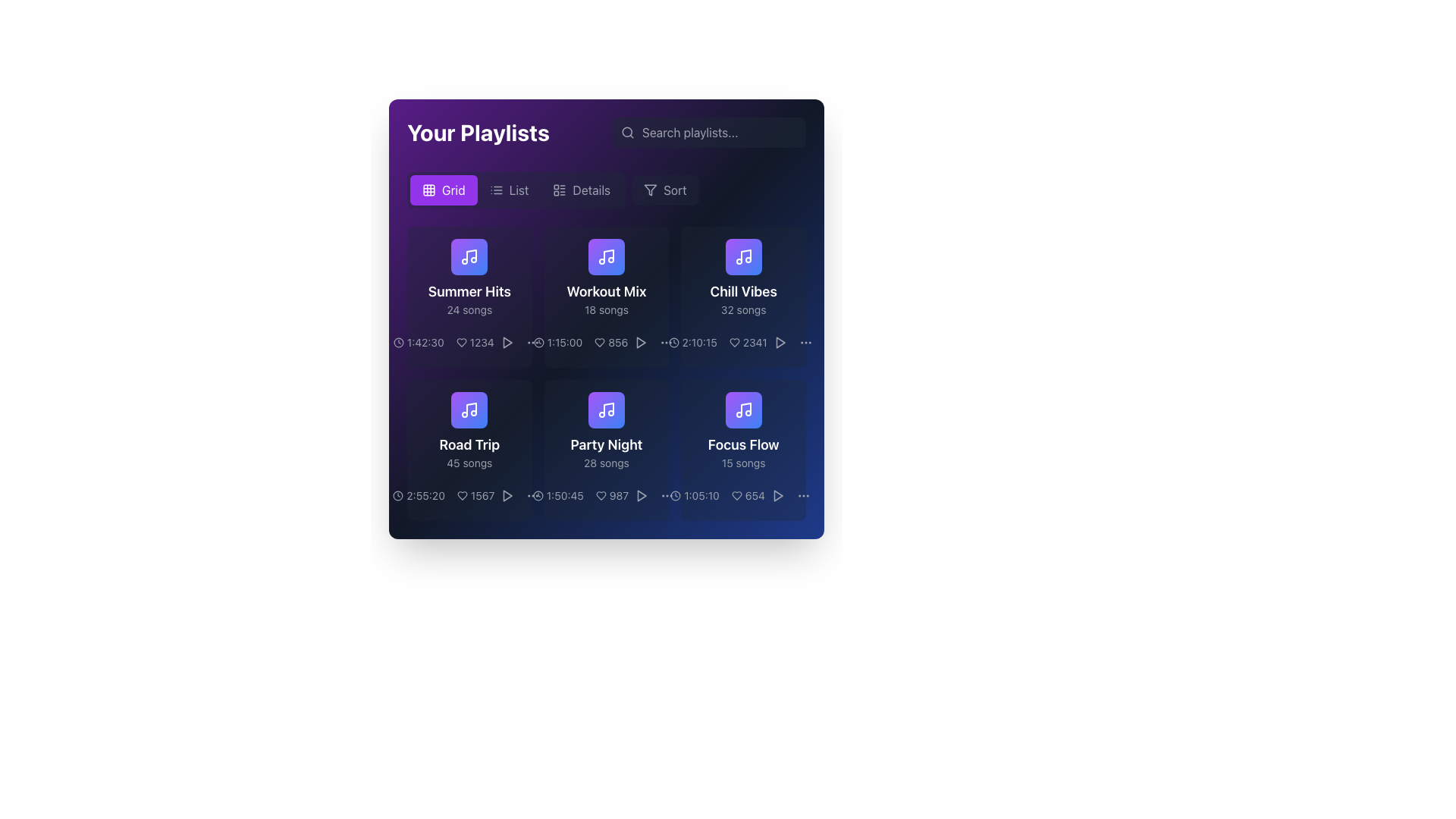 This screenshot has width=1456, height=819. What do you see at coordinates (398, 342) in the screenshot?
I see `the small clock icon, which is the leftmost icon under the title 'Summer Hits' in the playlist cards area` at bounding box center [398, 342].